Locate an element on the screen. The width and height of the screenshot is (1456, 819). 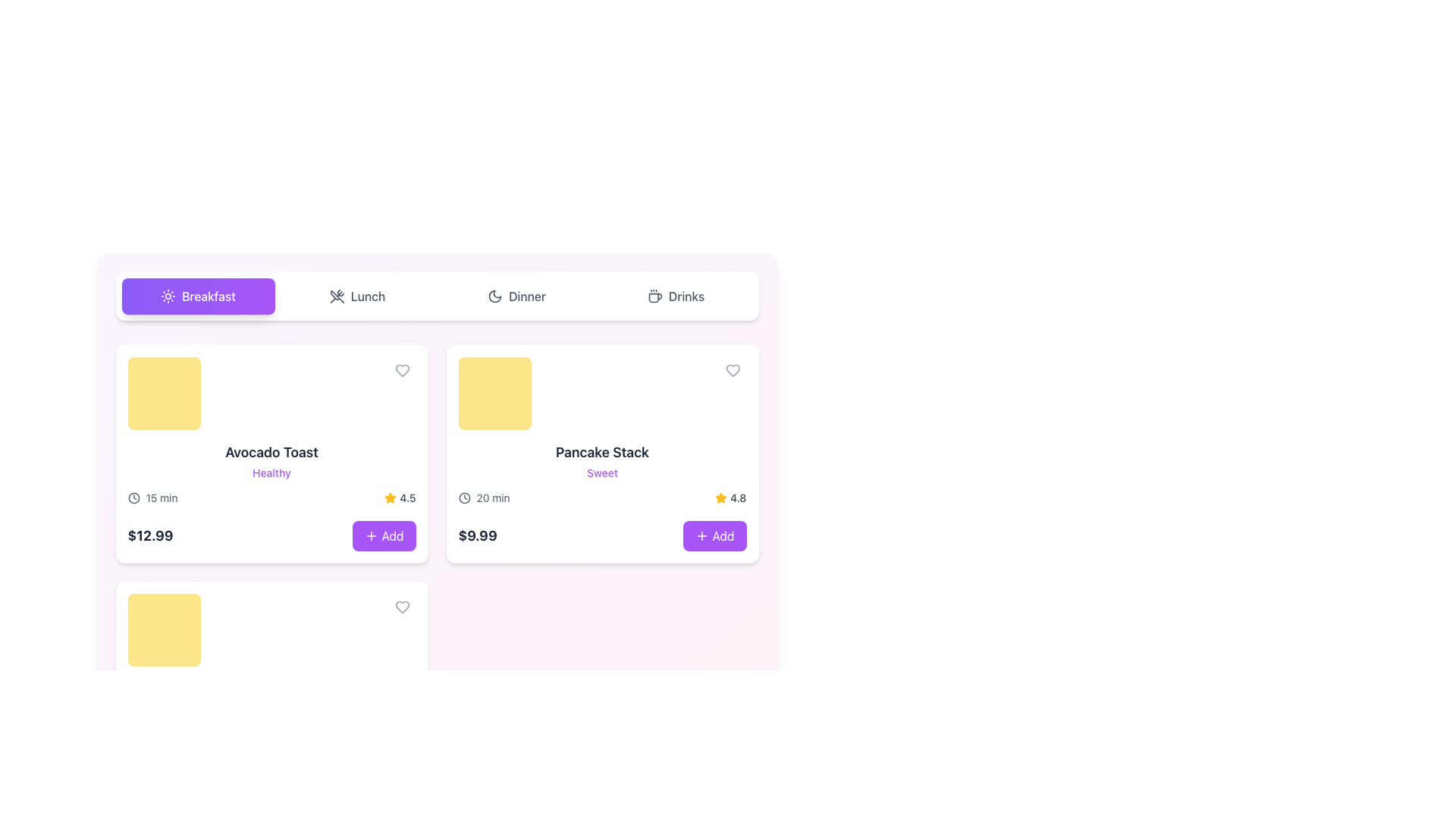
the favorite button located in the upper-right corner of the 'Avocado Toast' item card is located at coordinates (402, 371).